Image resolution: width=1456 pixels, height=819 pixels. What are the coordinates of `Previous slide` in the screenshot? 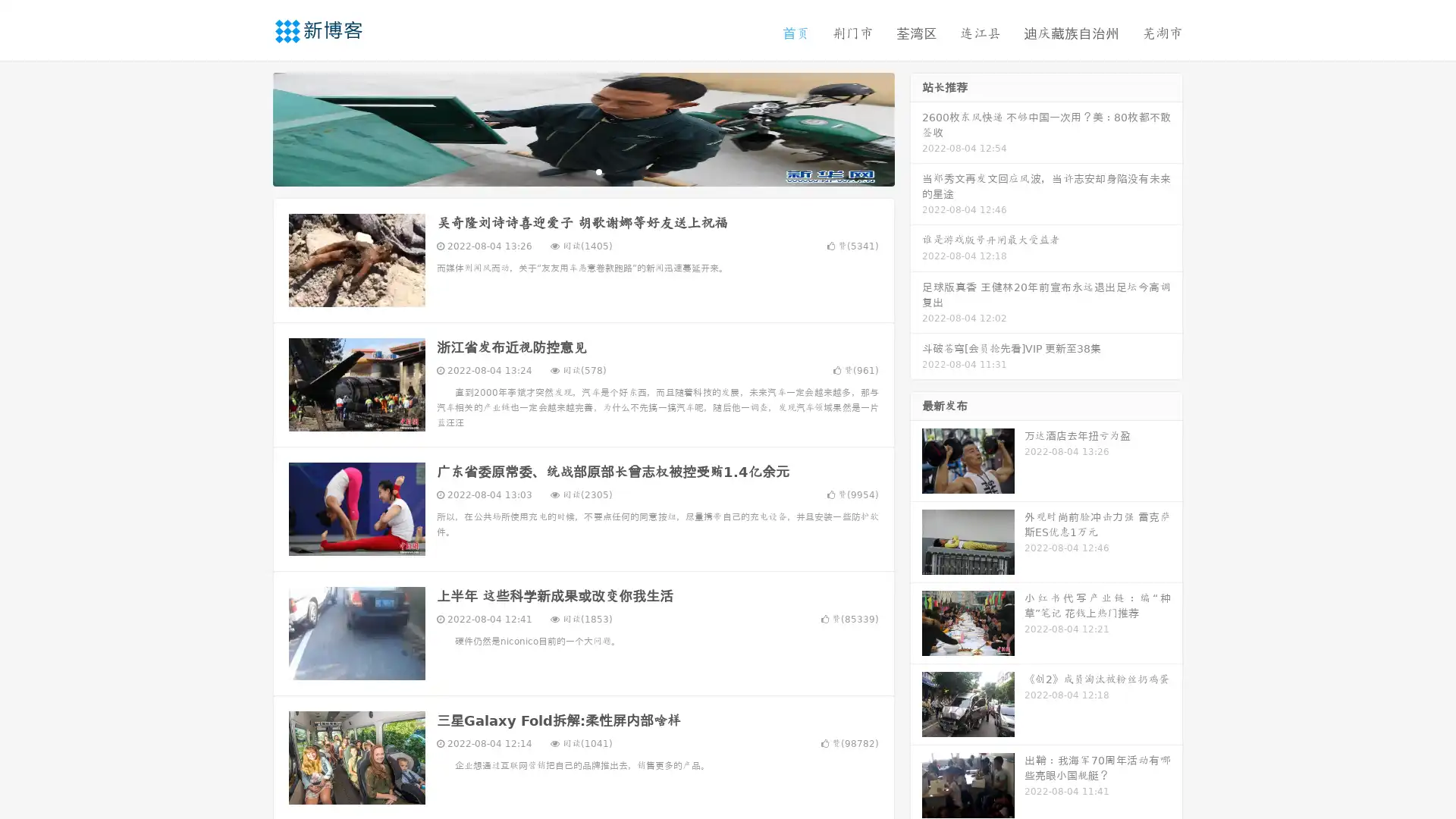 It's located at (250, 127).